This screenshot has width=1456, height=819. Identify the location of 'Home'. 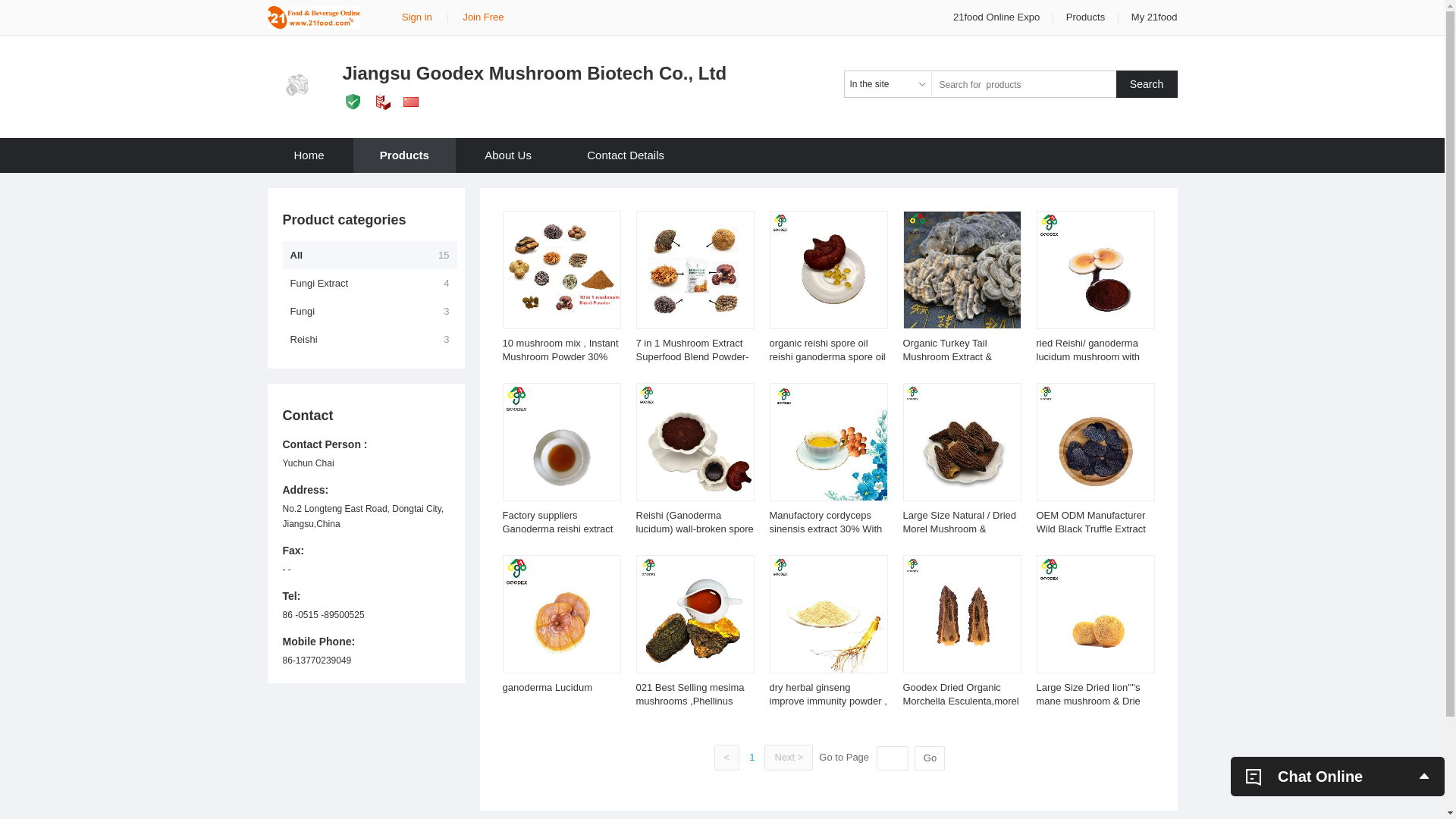
(308, 155).